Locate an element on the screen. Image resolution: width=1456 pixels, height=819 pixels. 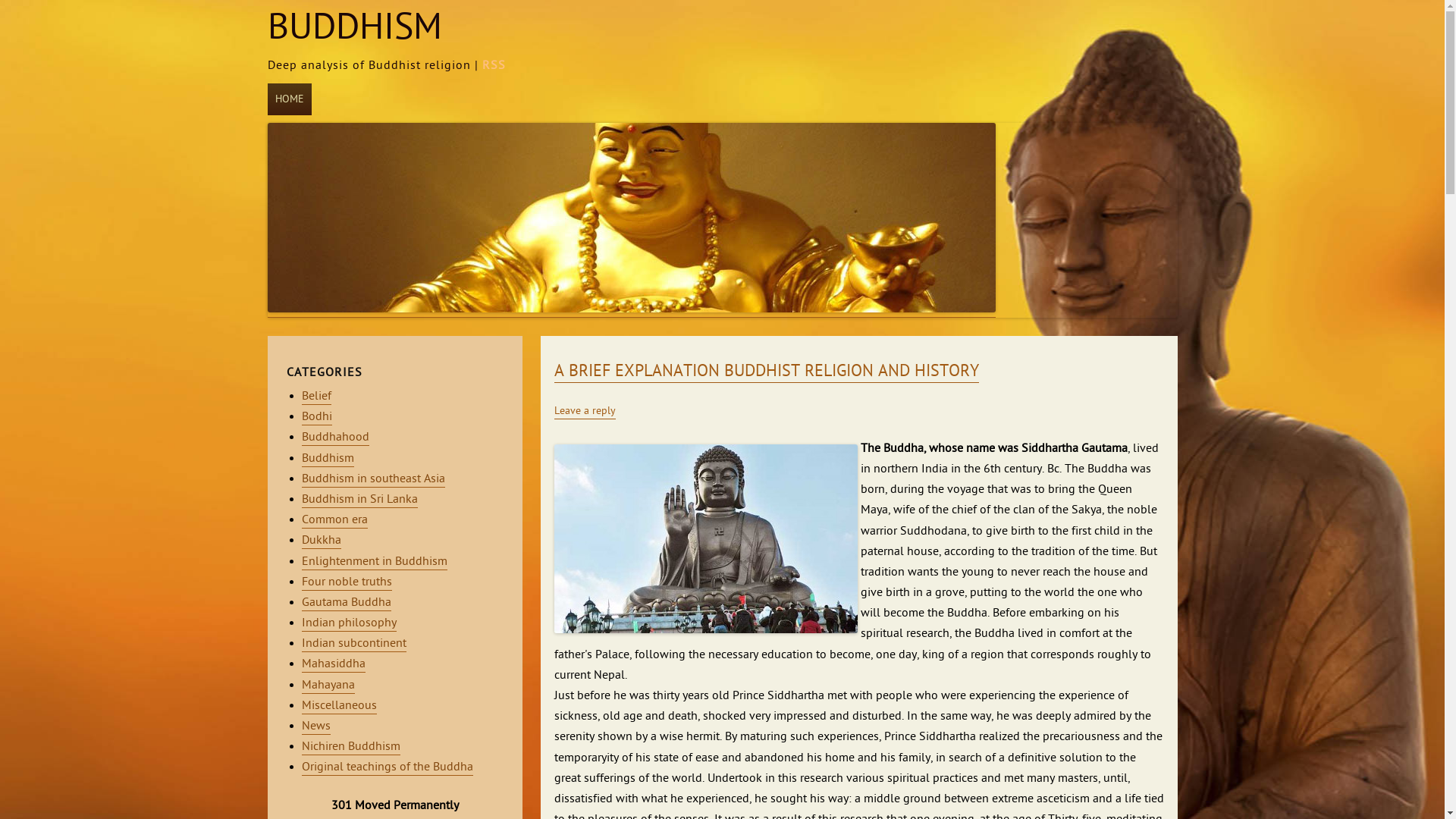
'Bodhi' is located at coordinates (315, 417).